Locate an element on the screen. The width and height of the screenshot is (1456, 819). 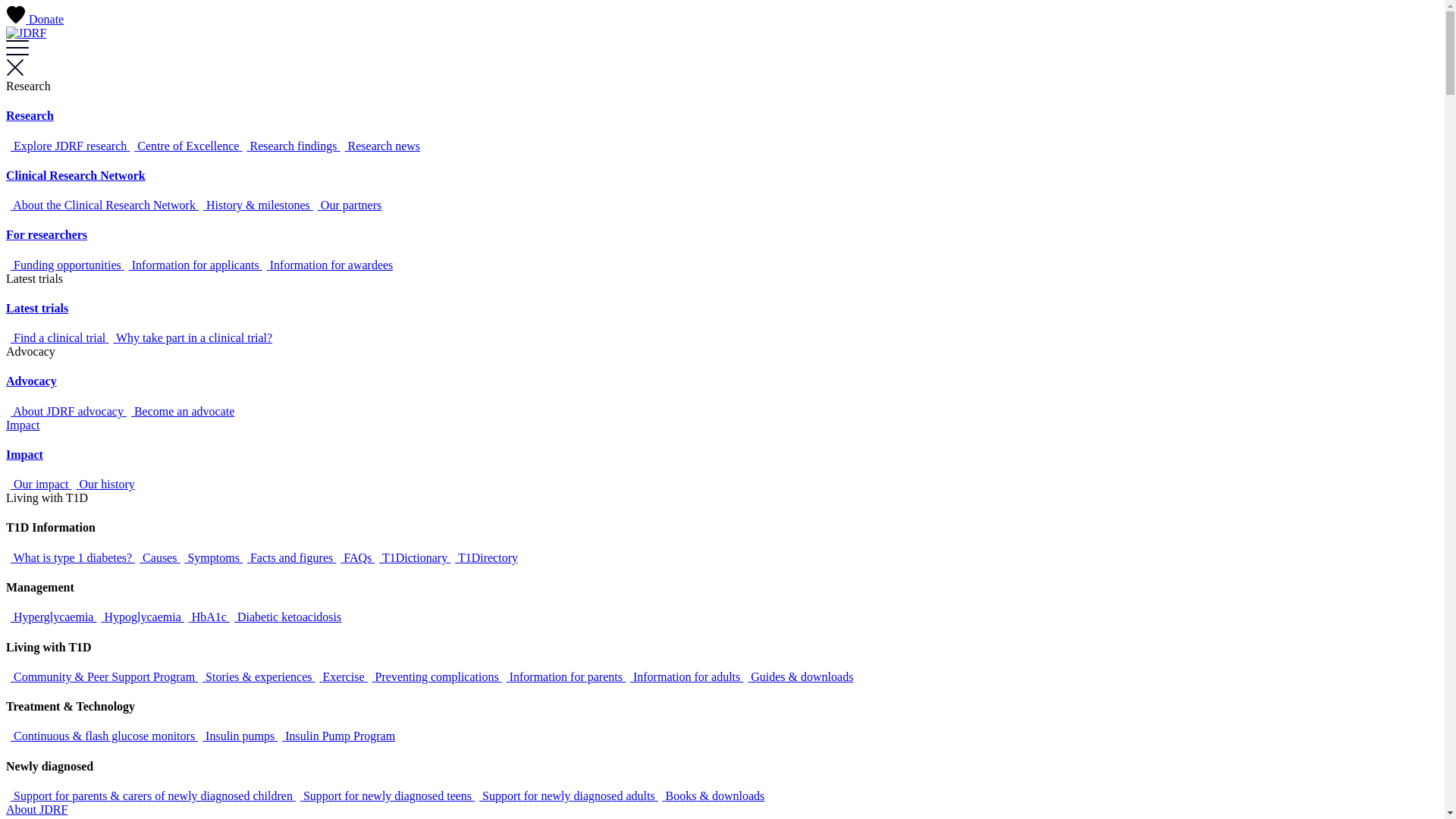
'Become an advocate' is located at coordinates (180, 411).